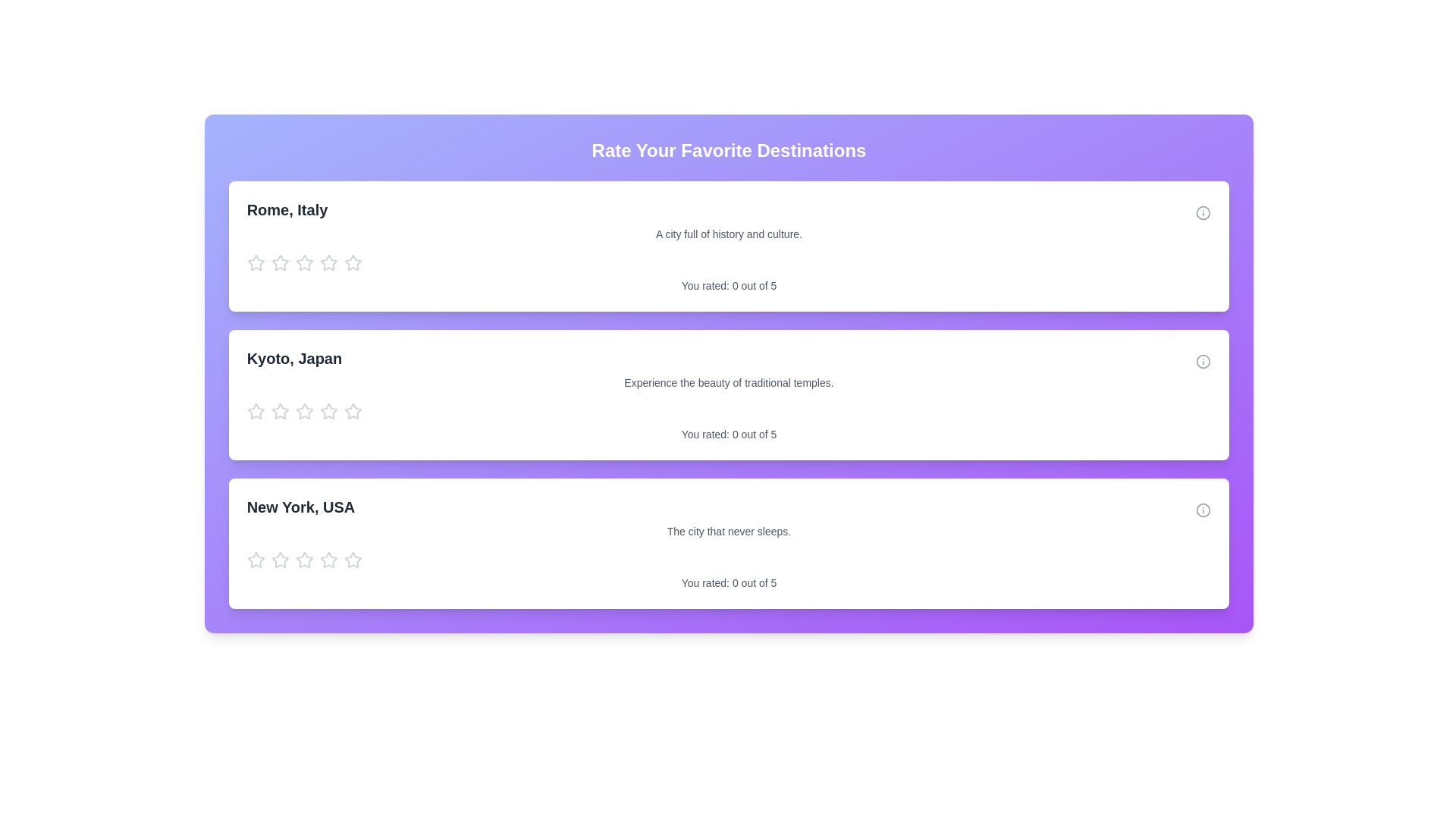 This screenshot has width=1456, height=819. What do you see at coordinates (303, 411) in the screenshot?
I see `the second star icon in the star rating section under 'Kyoto, Japan'` at bounding box center [303, 411].